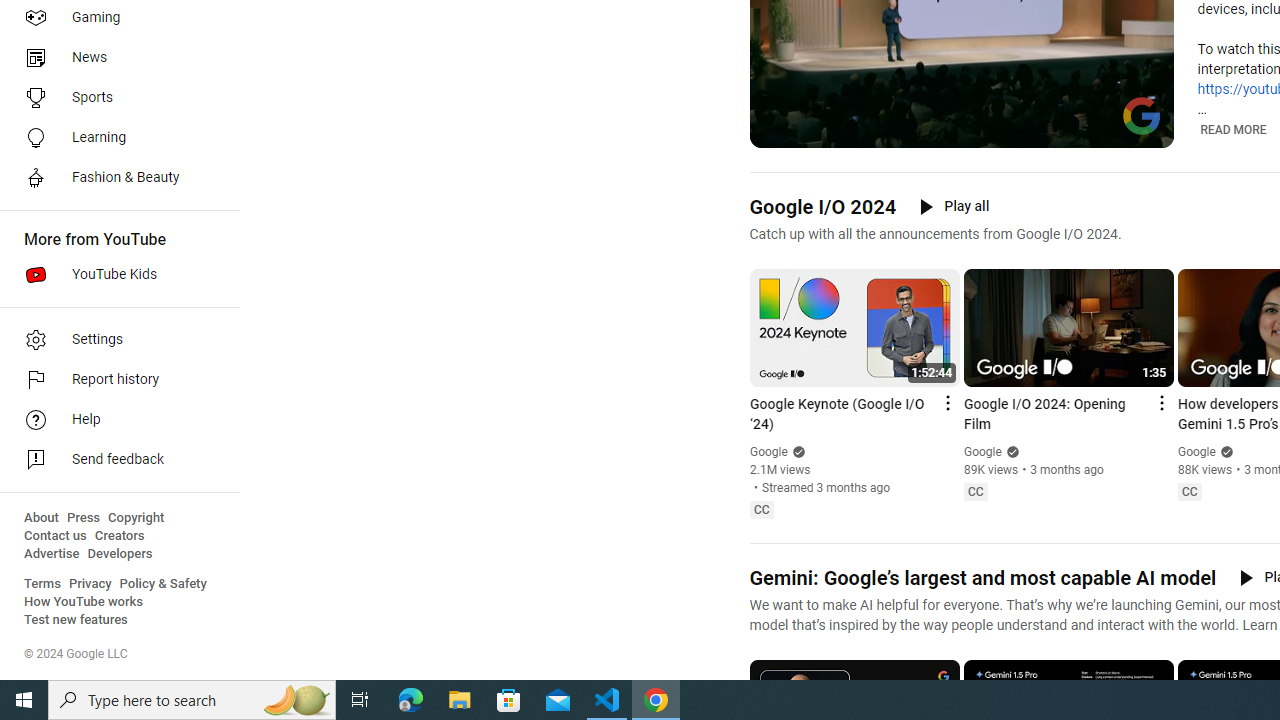 The image size is (1280, 720). Describe the element at coordinates (192, 698) in the screenshot. I see `'Type here to search'` at that location.